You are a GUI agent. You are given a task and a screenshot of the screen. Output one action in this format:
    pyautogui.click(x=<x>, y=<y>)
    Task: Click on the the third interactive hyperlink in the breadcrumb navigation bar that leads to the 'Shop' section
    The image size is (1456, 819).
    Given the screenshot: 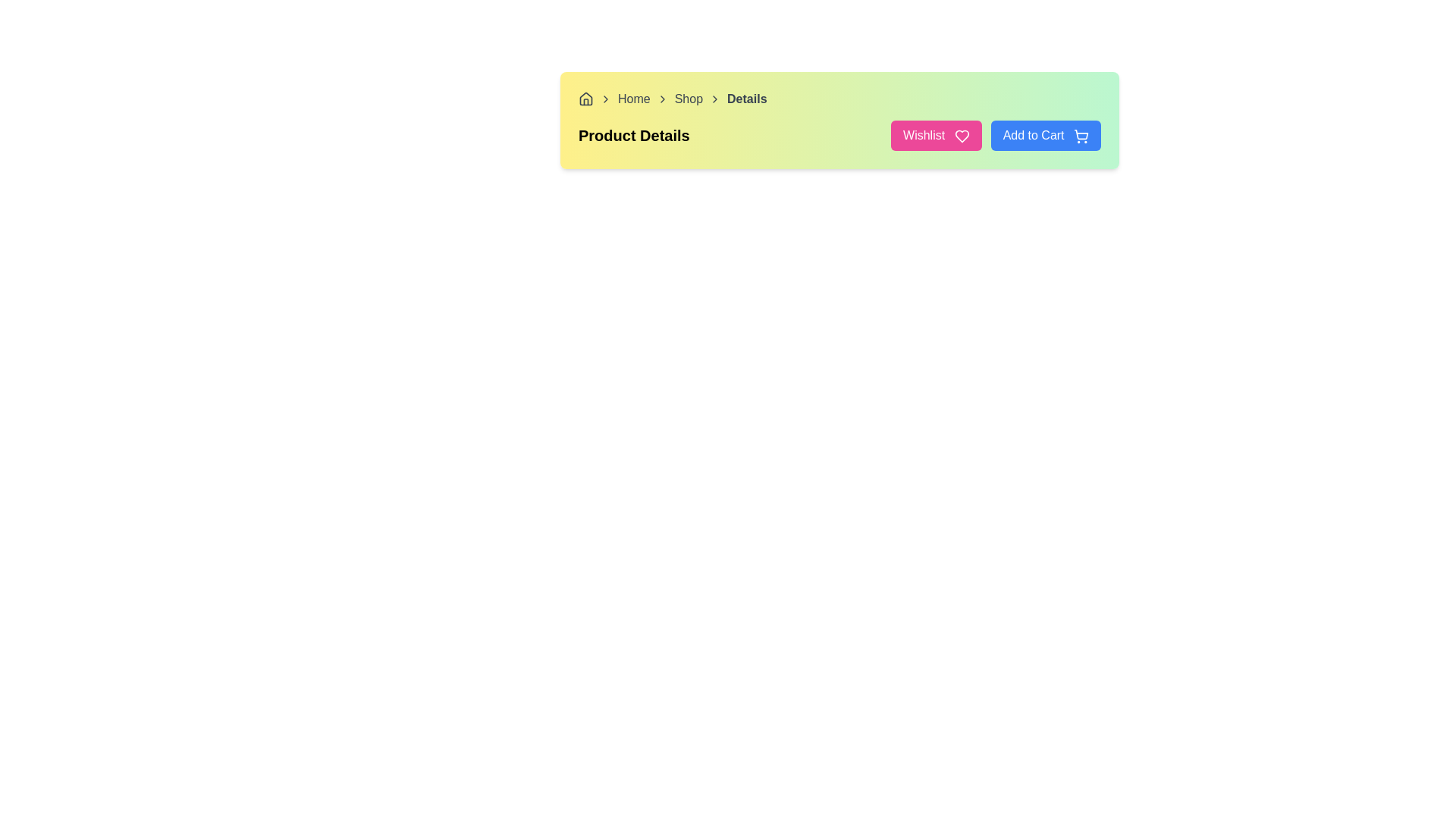 What is the action you would take?
    pyautogui.click(x=688, y=99)
    